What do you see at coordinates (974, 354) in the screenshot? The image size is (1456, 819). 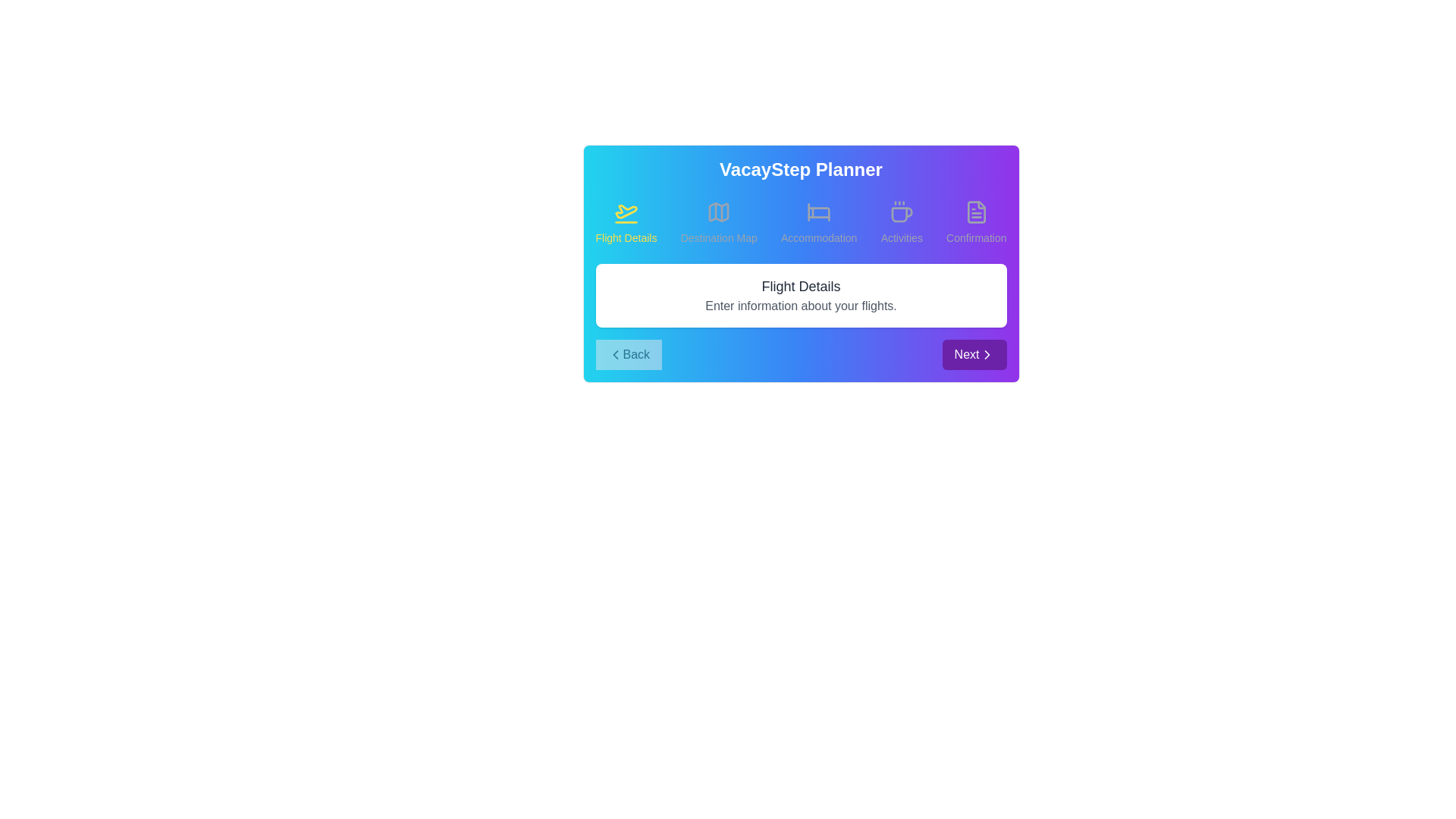 I see `the Next button to navigate` at bounding box center [974, 354].